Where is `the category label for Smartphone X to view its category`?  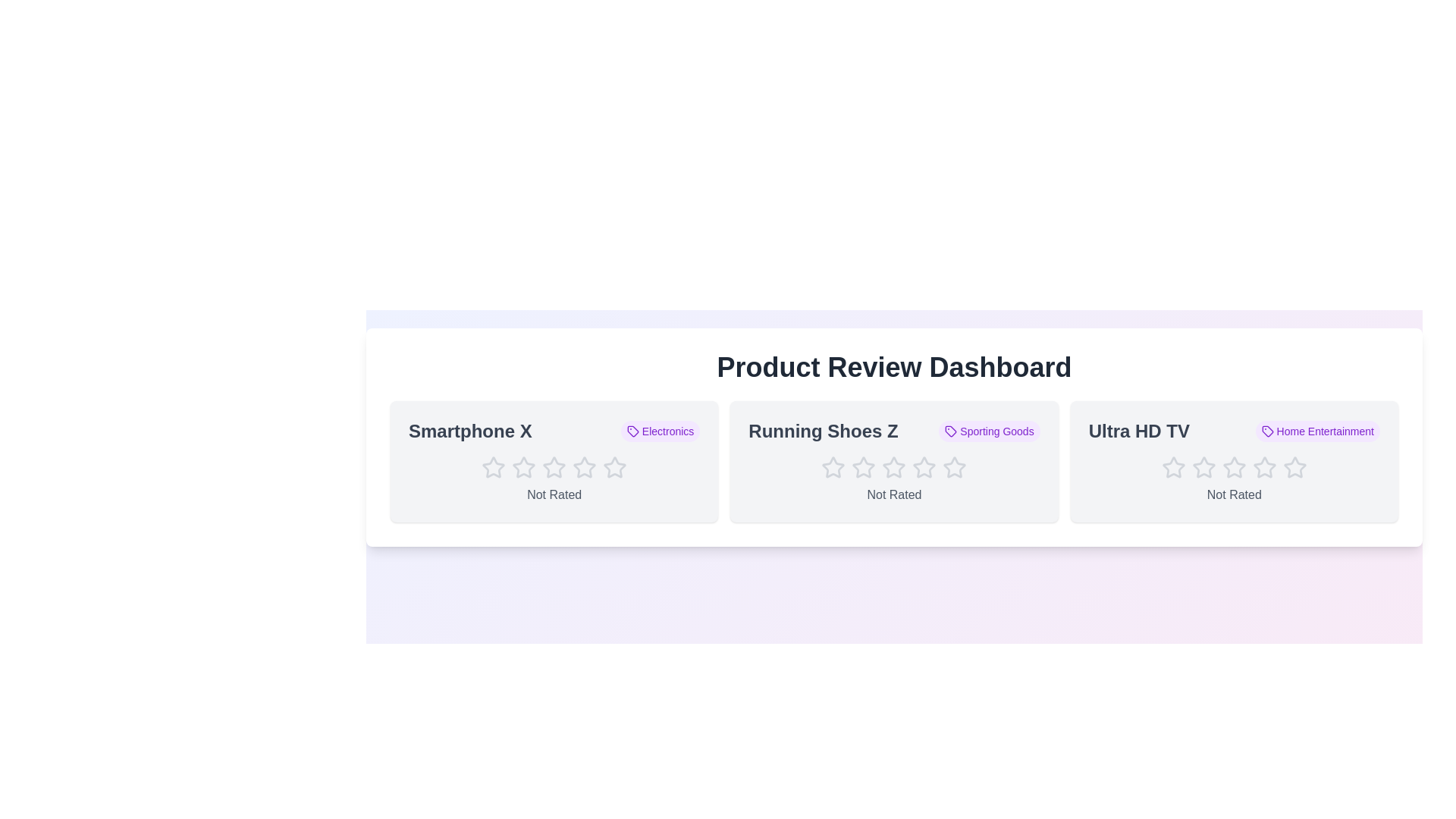 the category label for Smartphone X to view its category is located at coordinates (661, 431).